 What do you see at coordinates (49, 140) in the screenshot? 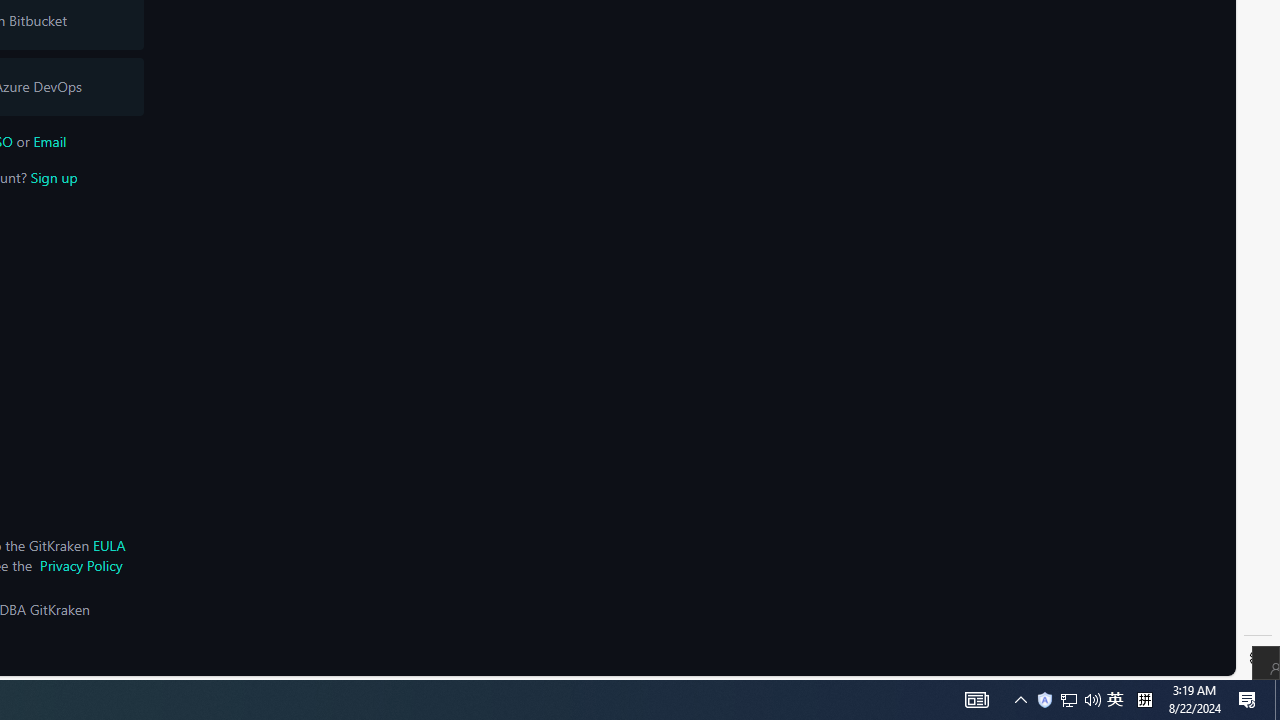
I see `'Email'` at bounding box center [49, 140].